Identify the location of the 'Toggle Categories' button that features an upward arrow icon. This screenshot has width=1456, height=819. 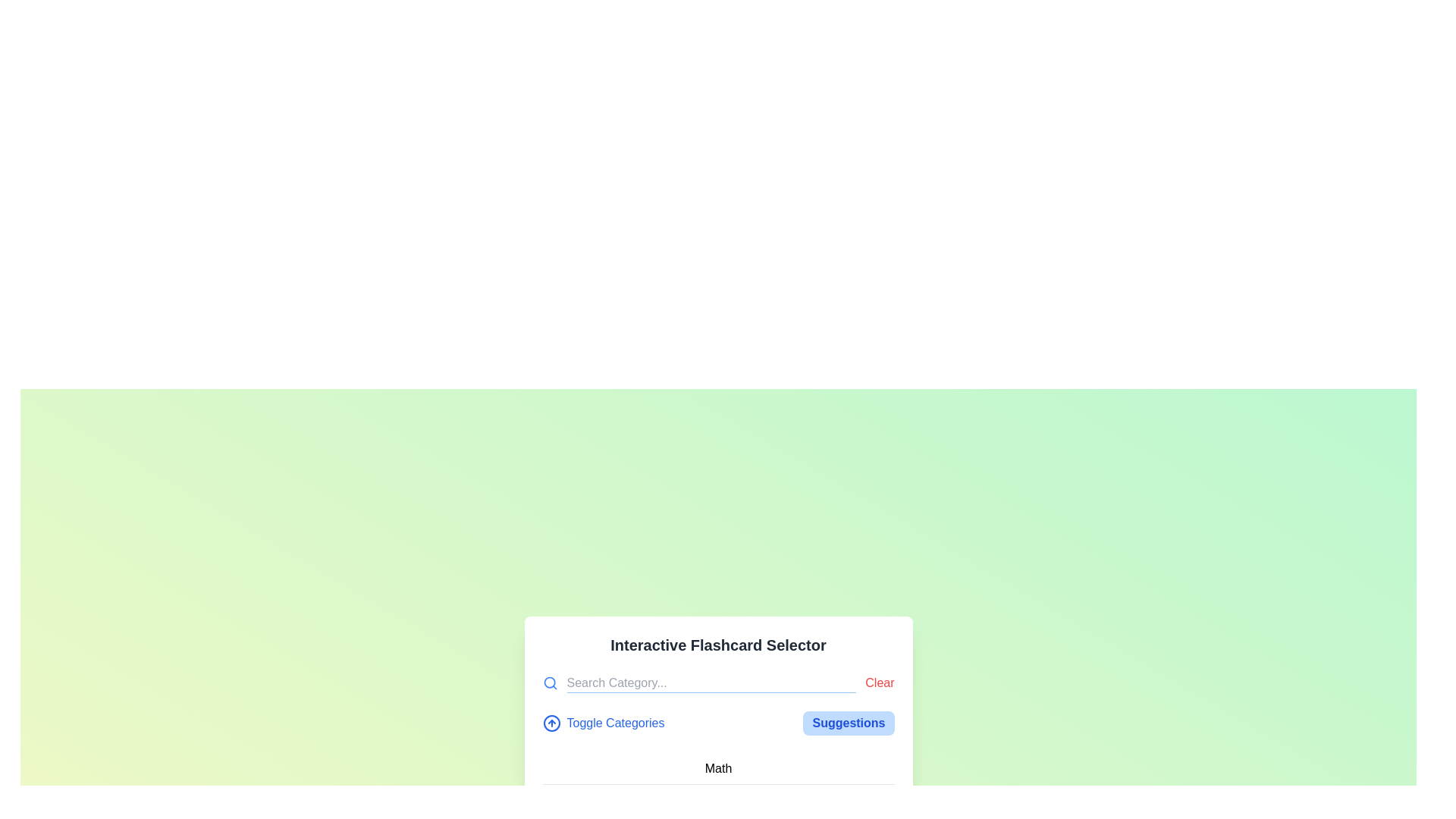
(603, 722).